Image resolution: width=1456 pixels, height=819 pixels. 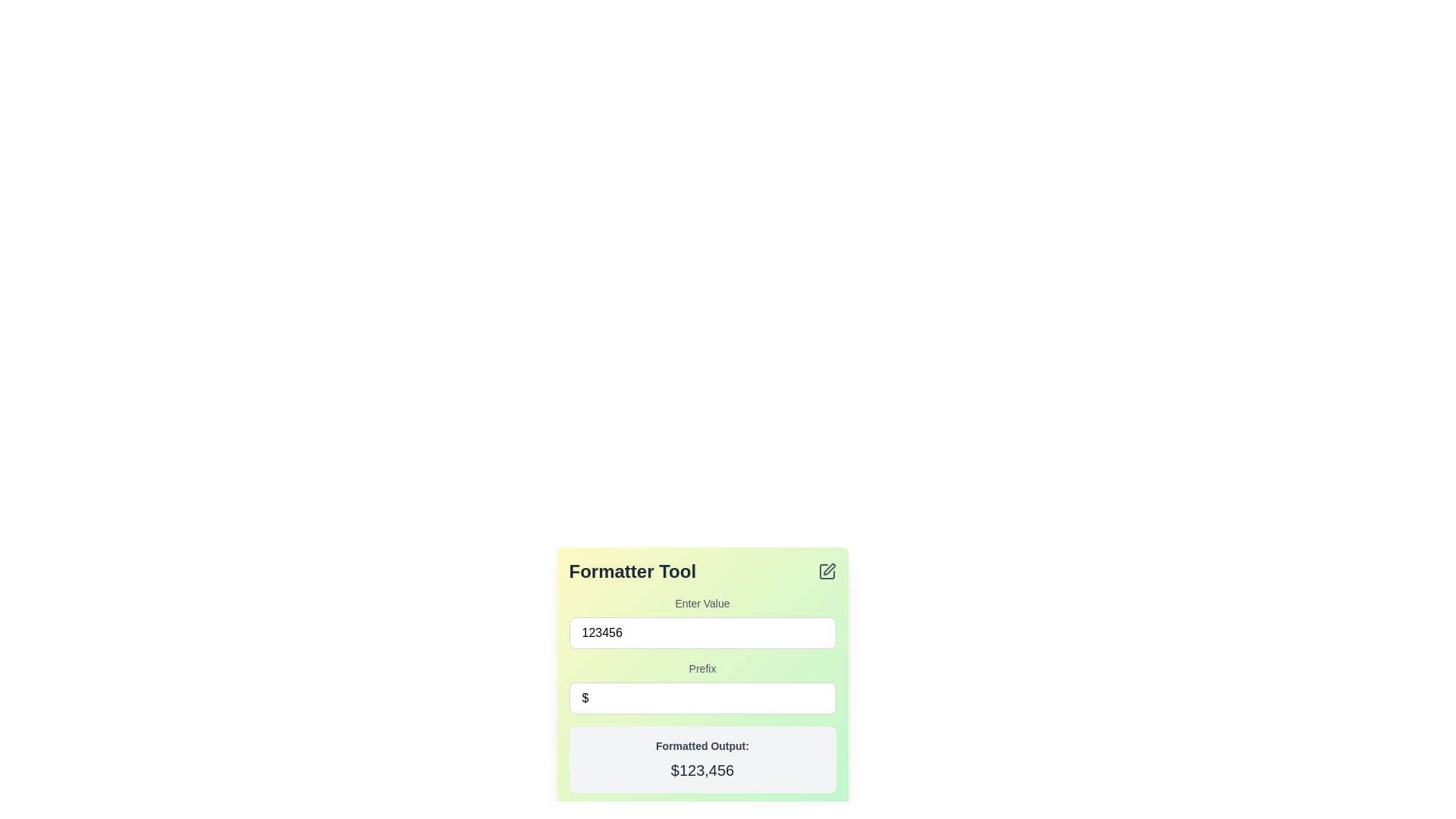 I want to click on the text label reading 'Enter Value' which is styled with a small font size and medium weight, located above the numeric input field displaying '123456', so click(x=701, y=602).